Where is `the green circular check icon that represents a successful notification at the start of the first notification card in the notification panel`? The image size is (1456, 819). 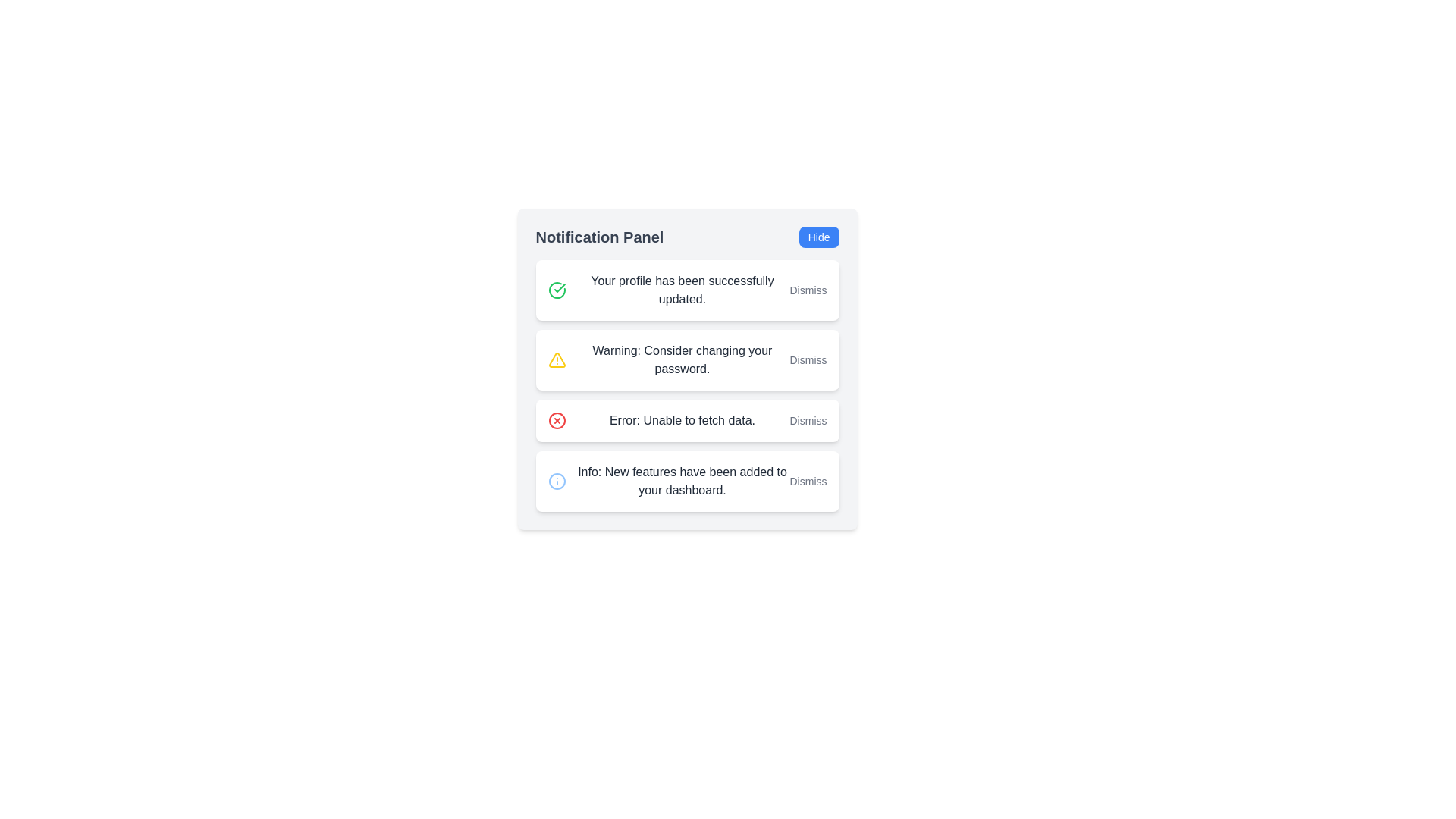
the green circular check icon that represents a successful notification at the start of the first notification card in the notification panel is located at coordinates (556, 289).